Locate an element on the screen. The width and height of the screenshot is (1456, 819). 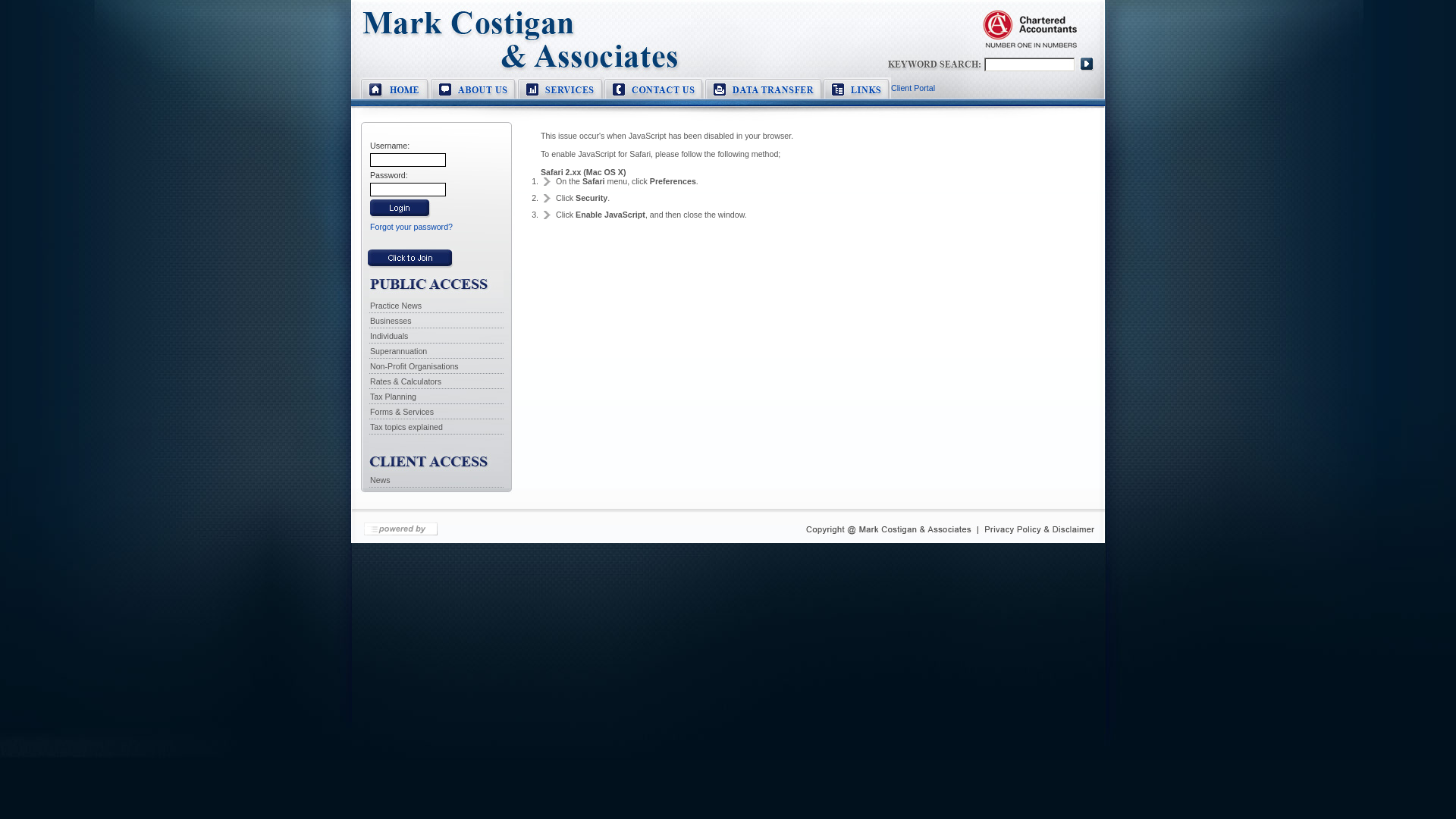
'News' is located at coordinates (380, 479).